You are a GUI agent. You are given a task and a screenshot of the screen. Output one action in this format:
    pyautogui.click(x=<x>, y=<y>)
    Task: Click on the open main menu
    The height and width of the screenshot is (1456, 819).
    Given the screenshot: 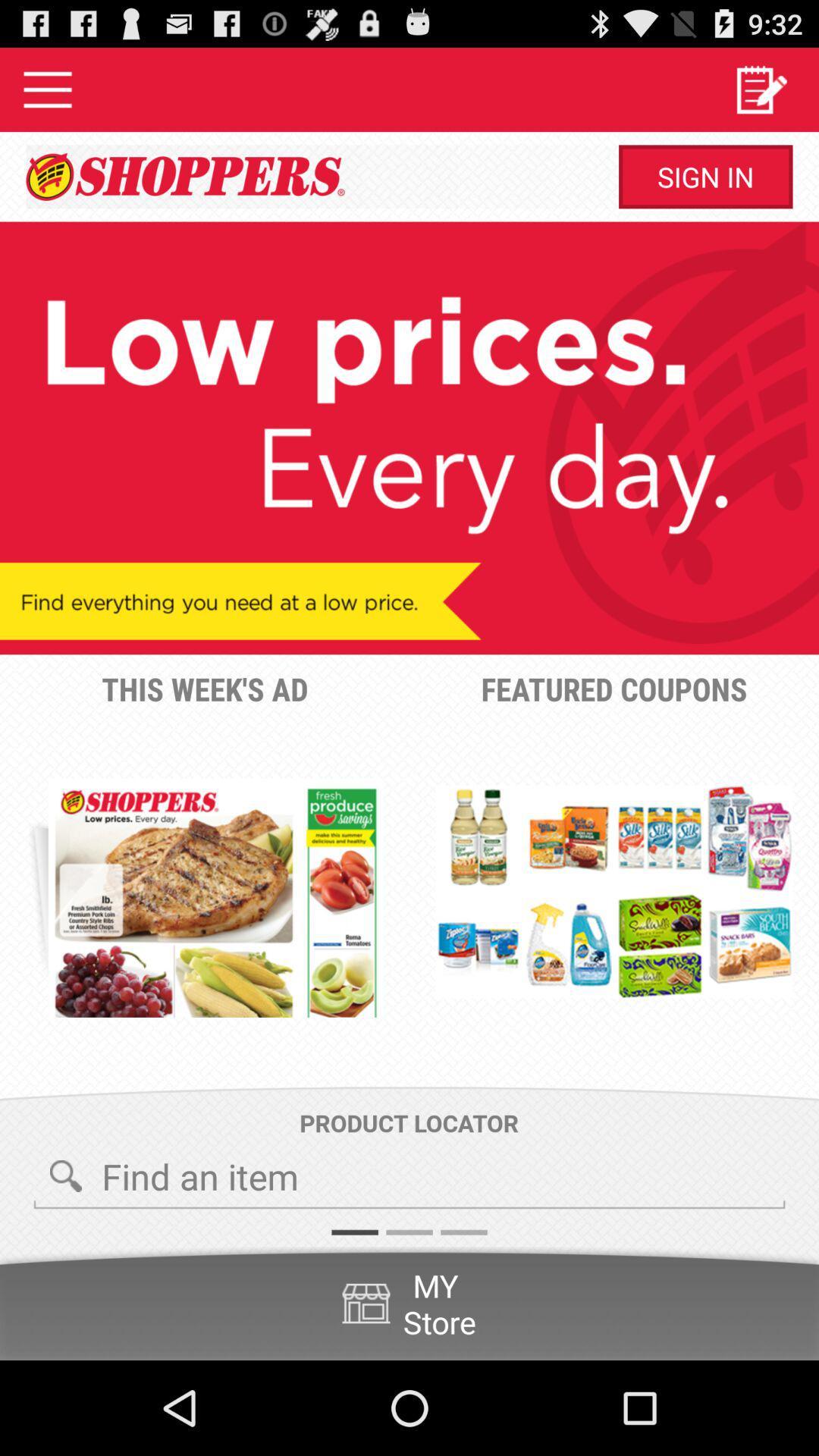 What is the action you would take?
    pyautogui.click(x=46, y=89)
    